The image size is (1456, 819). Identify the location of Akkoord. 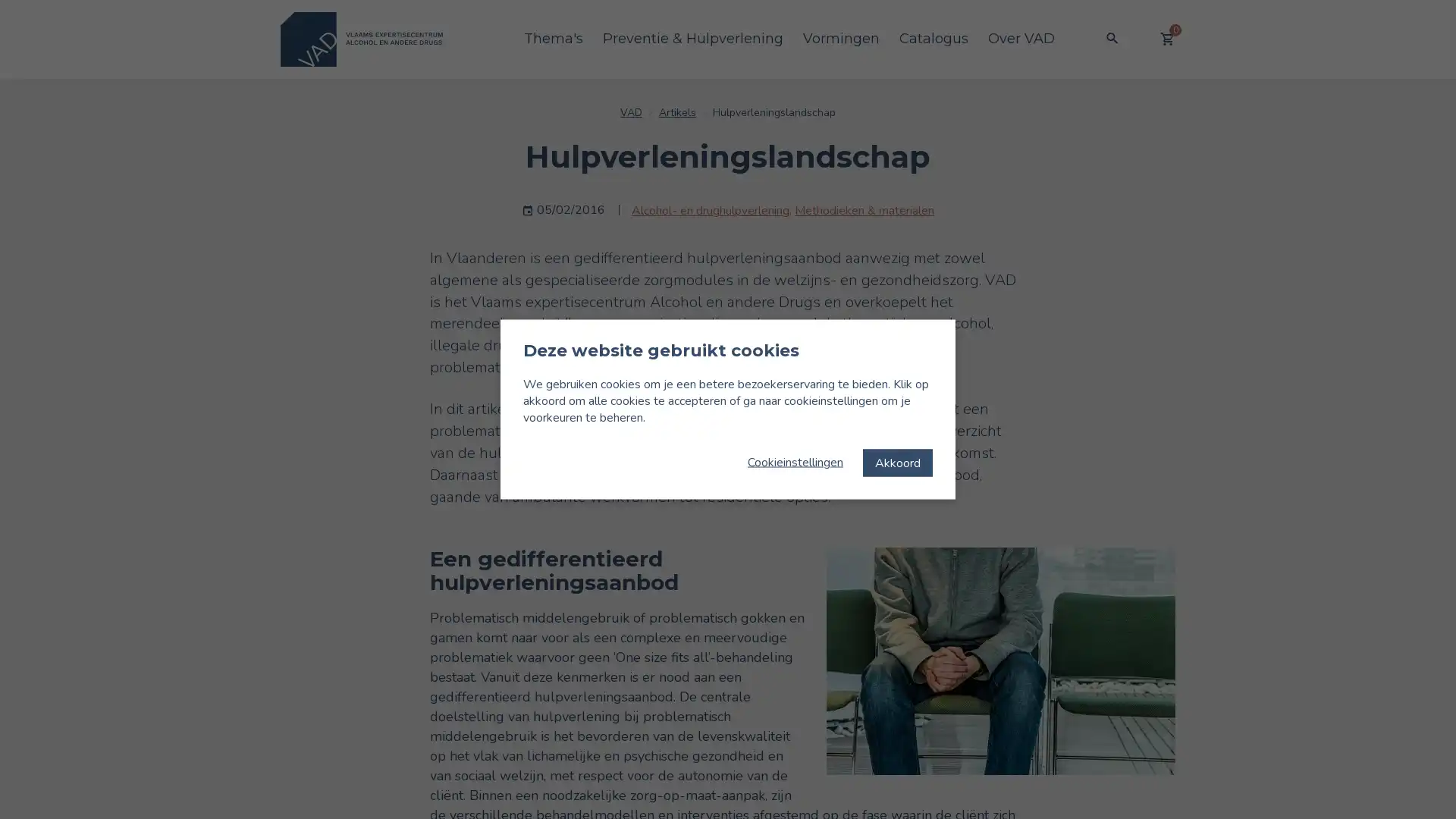
(898, 461).